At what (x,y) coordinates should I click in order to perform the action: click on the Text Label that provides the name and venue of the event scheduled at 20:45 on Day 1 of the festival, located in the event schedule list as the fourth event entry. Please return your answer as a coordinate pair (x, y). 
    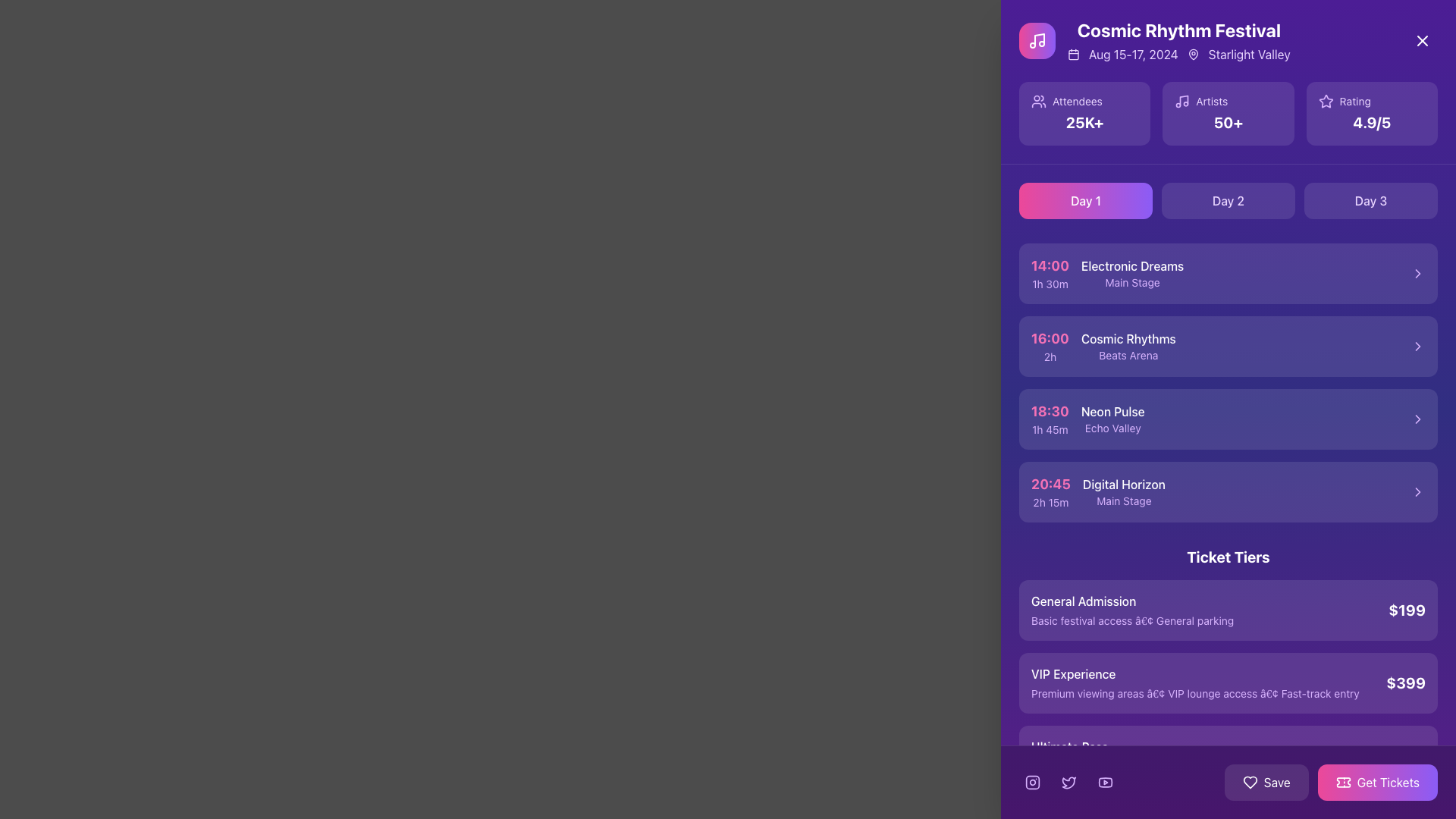
    Looking at the image, I should click on (1124, 491).